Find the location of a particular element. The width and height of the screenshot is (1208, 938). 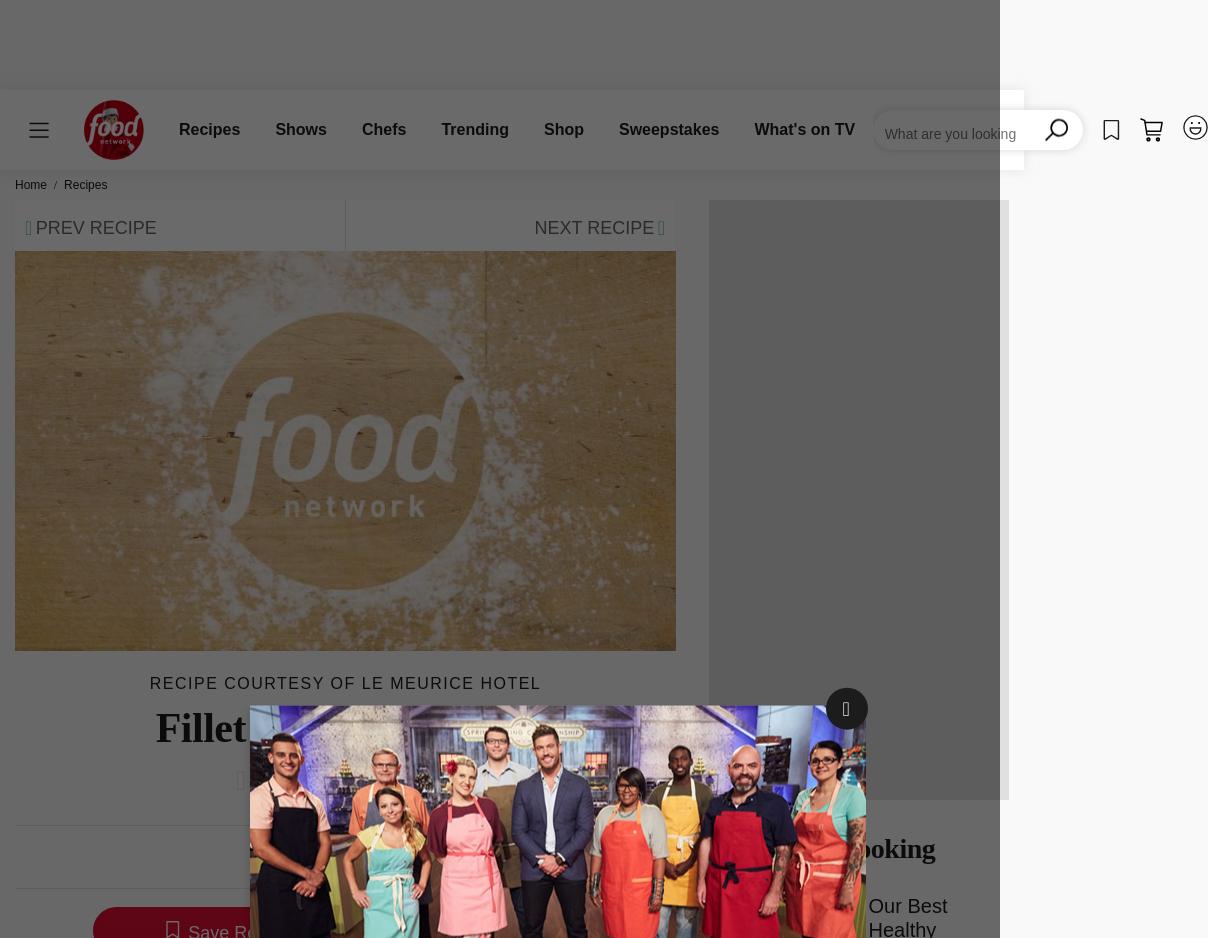

'Yield:' is located at coordinates (373, 858).